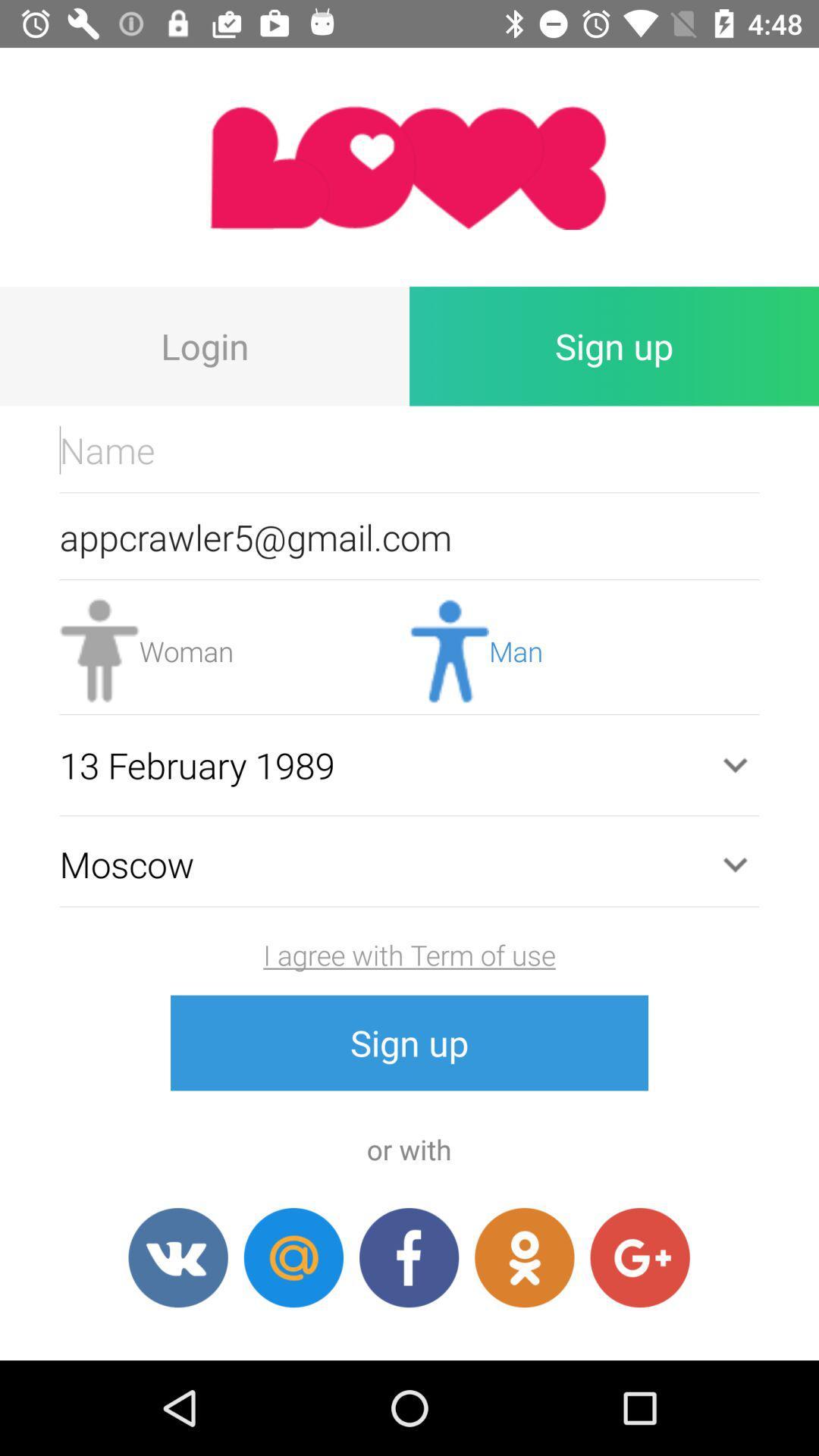  Describe the element at coordinates (523, 1257) in the screenshot. I see `sign in option` at that location.